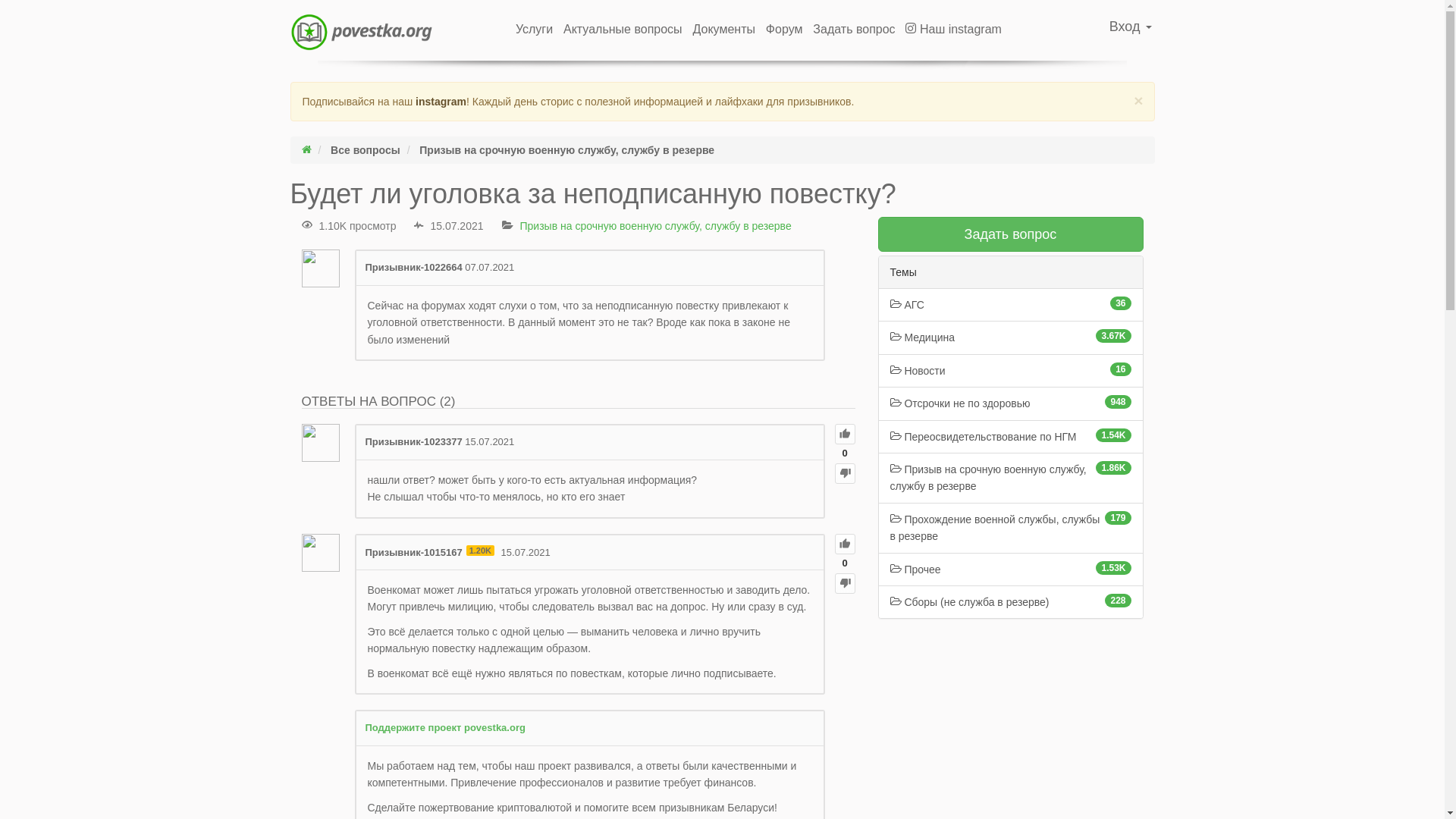 This screenshot has height=819, width=1456. I want to click on 'instagram', so click(440, 102).